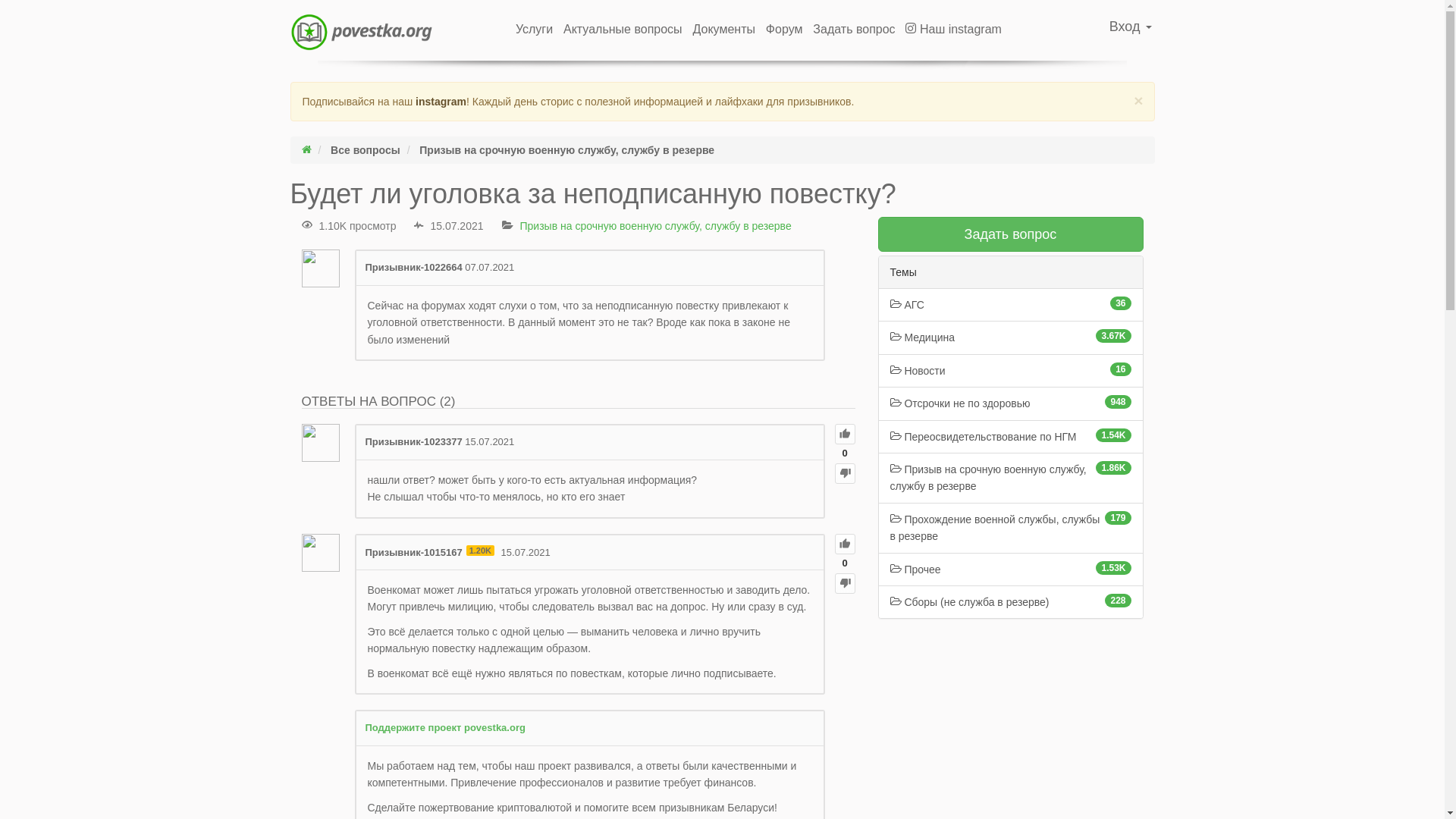 This screenshot has height=819, width=1456. I want to click on 'instagram', so click(440, 102).